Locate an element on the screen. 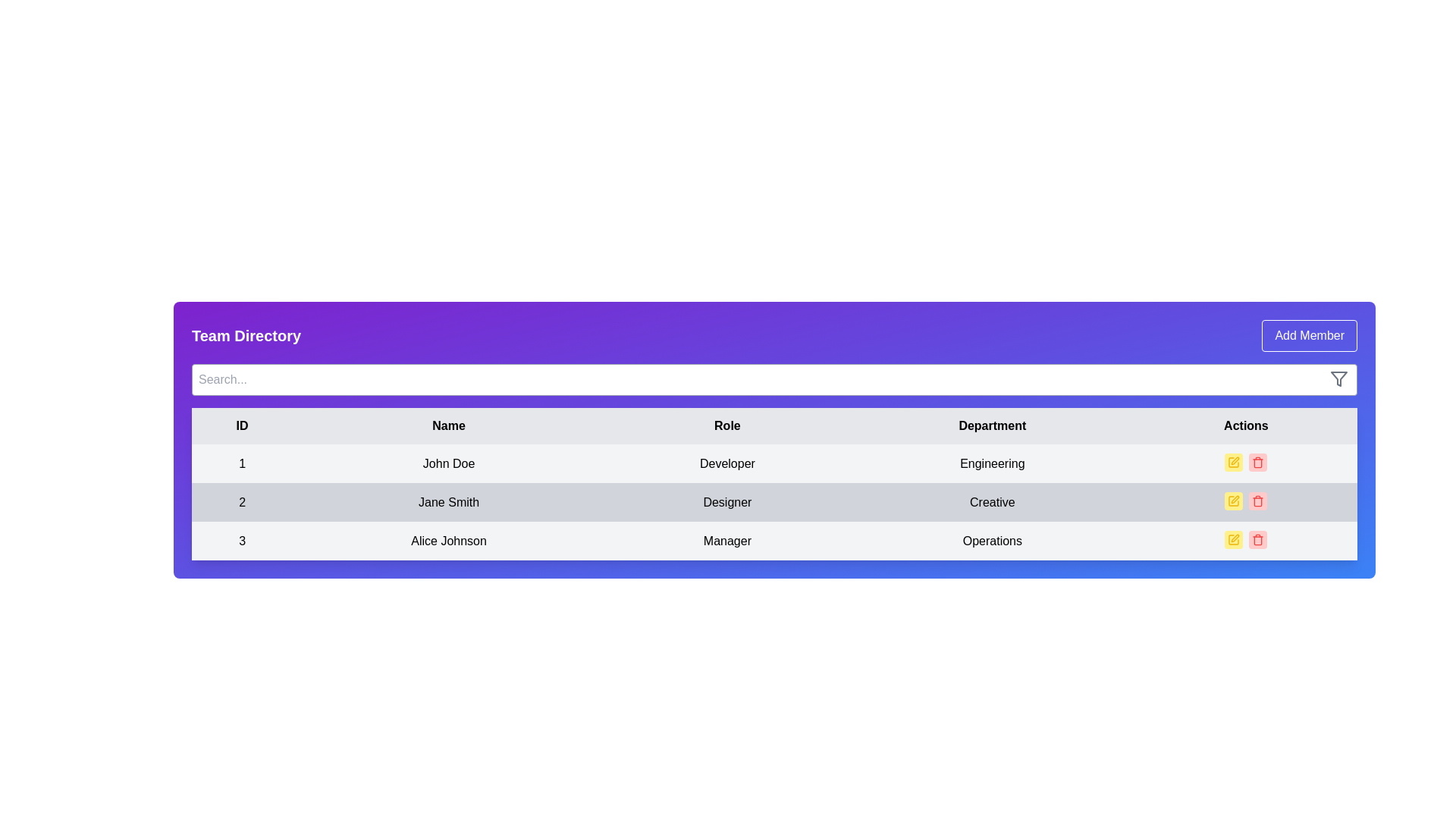  details about the team member displayed in the first row of the team member table is located at coordinates (774, 463).